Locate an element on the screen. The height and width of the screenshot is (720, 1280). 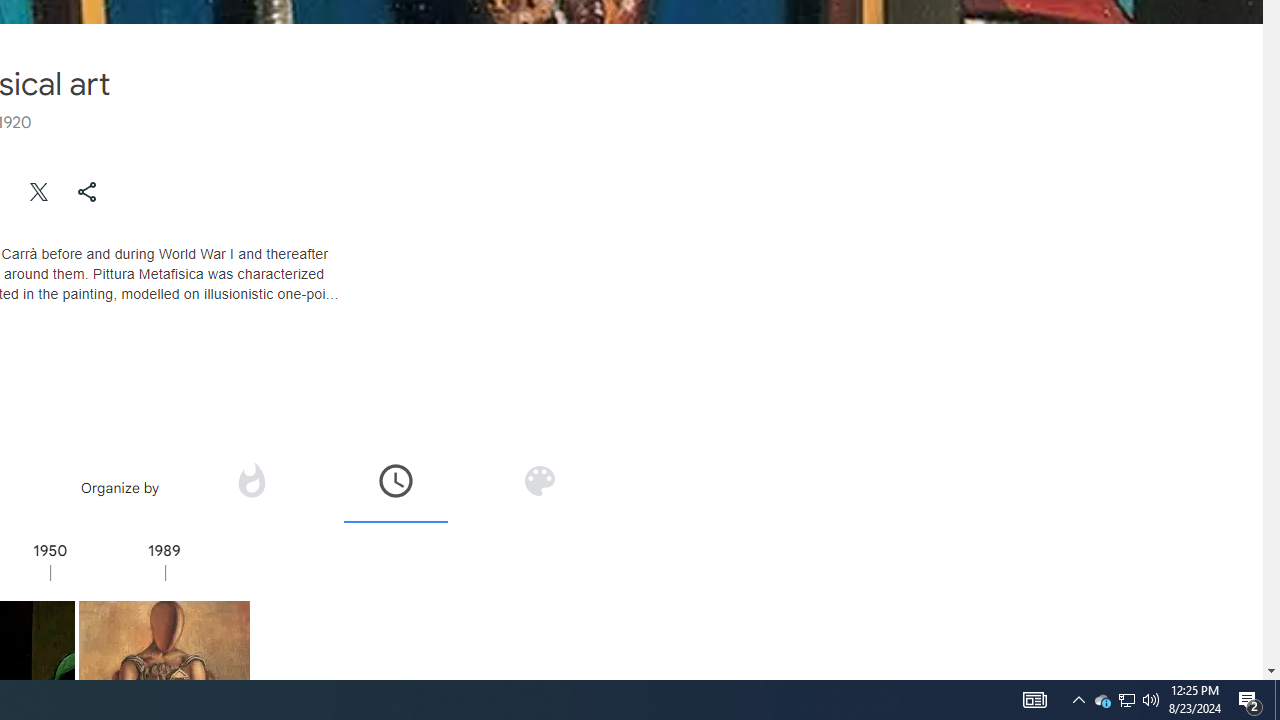
'Organize by popularity' is located at coordinates (250, 487).